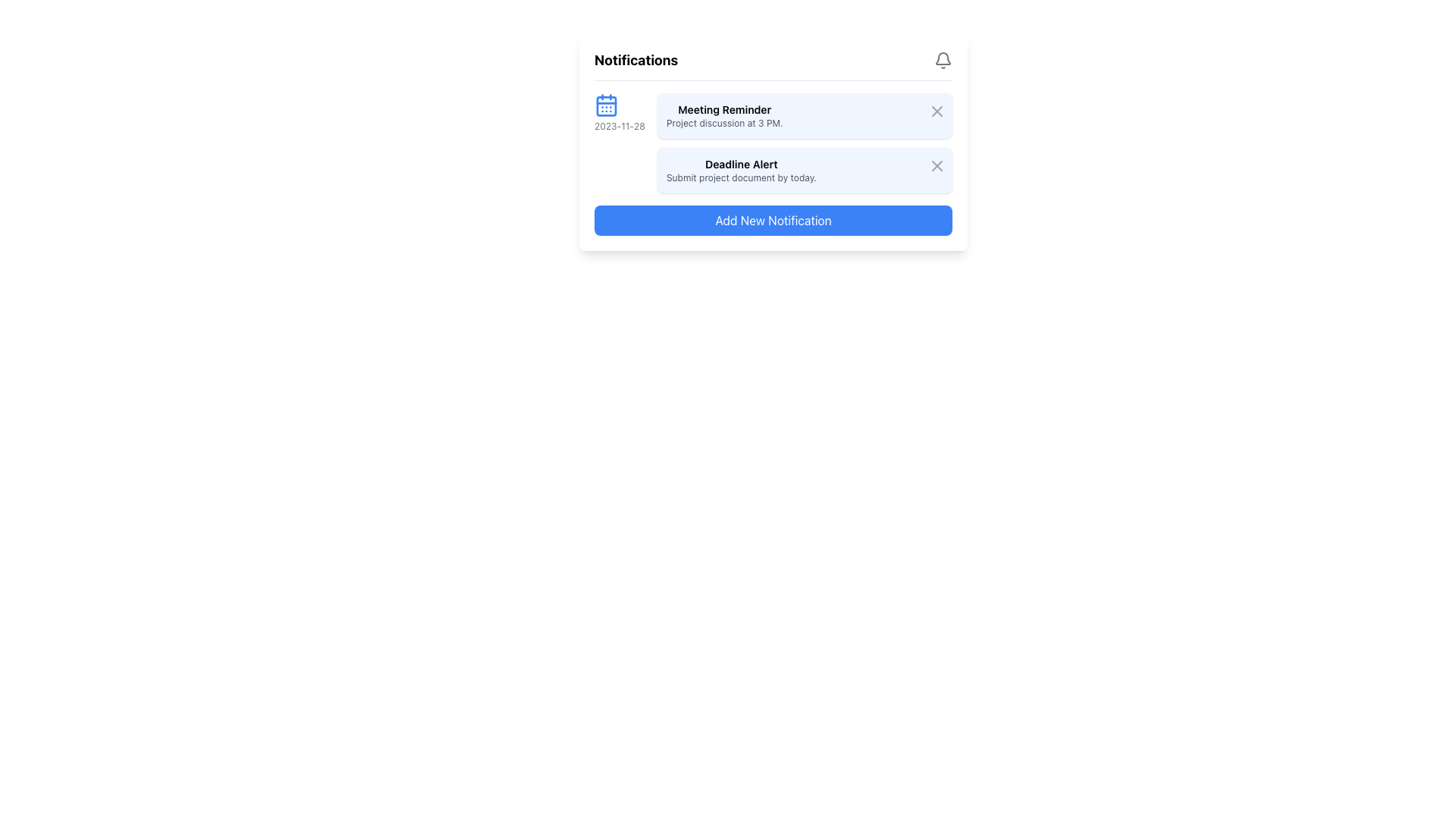  I want to click on the notification label displaying 'Deadline Alert' with the message 'Submit project document by today.', so click(741, 170).